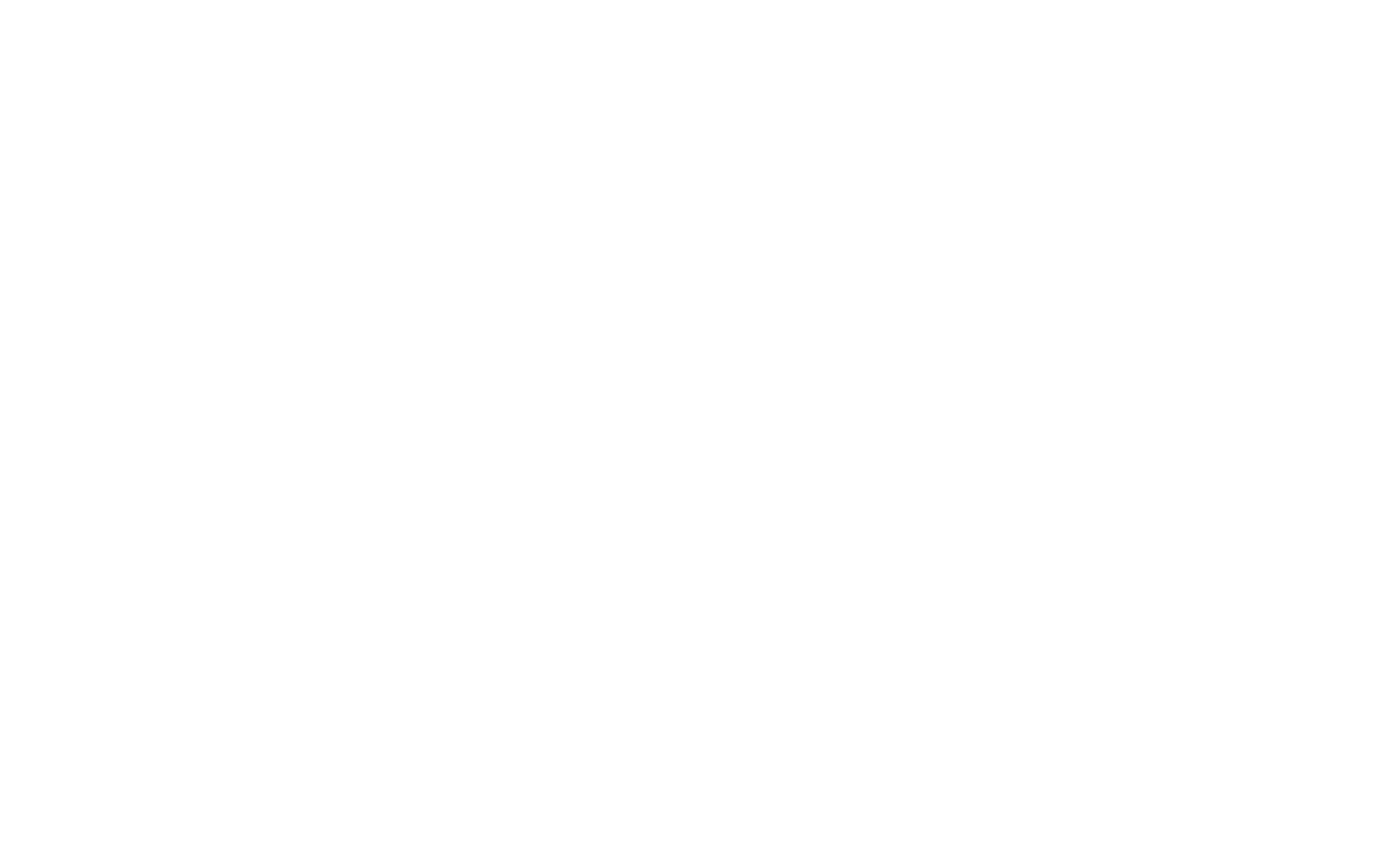 The width and height of the screenshot is (1386, 868). Describe the element at coordinates (410, 380) in the screenshot. I see `'Contact'` at that location.